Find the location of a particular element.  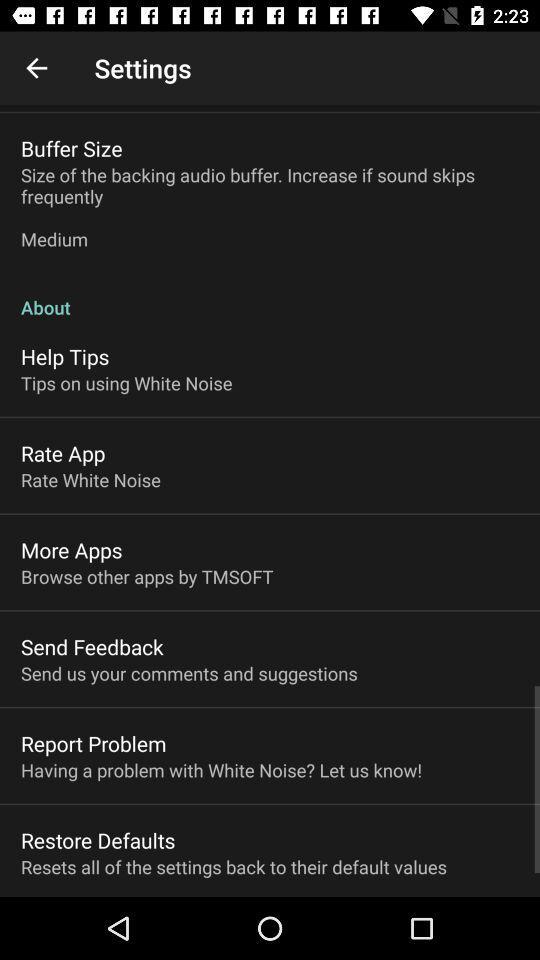

more apps is located at coordinates (70, 550).